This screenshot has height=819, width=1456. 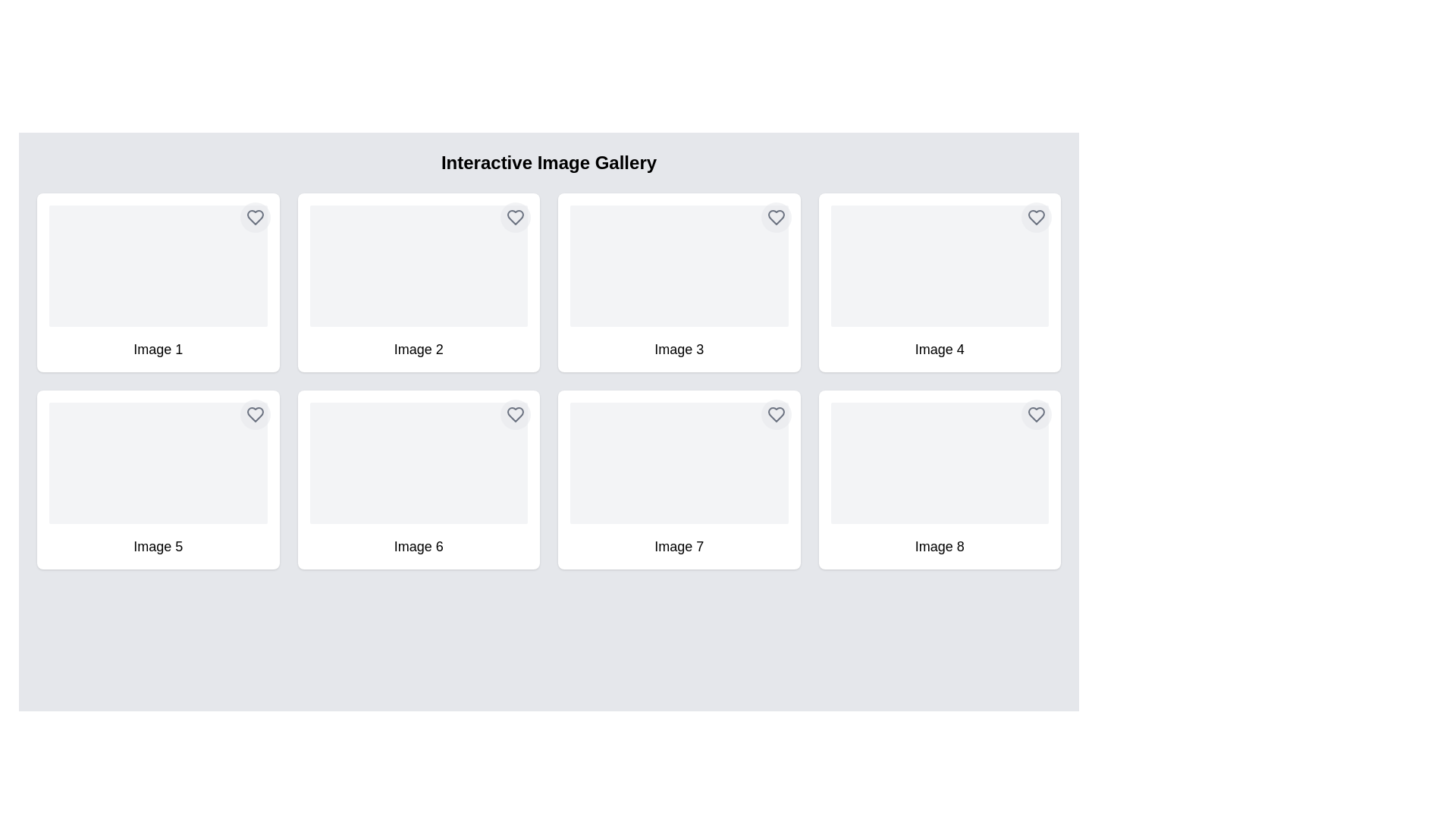 What do you see at coordinates (516, 217) in the screenshot?
I see `the favorite icon button located in the top-right corner of the card labeled 'Image 2' to mark the associated image as a favorite` at bounding box center [516, 217].